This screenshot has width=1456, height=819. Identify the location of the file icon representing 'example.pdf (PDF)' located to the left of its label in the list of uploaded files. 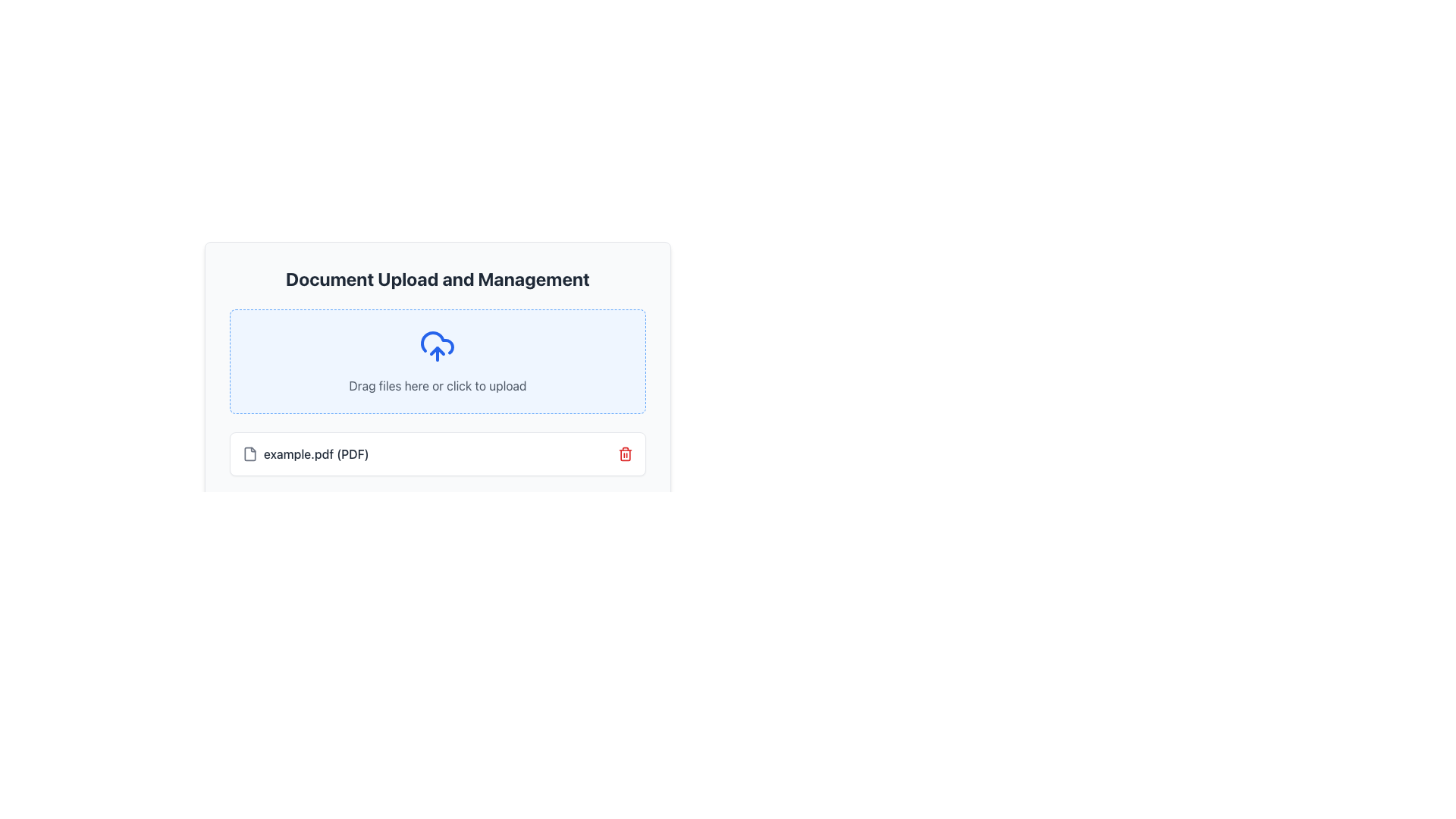
(250, 453).